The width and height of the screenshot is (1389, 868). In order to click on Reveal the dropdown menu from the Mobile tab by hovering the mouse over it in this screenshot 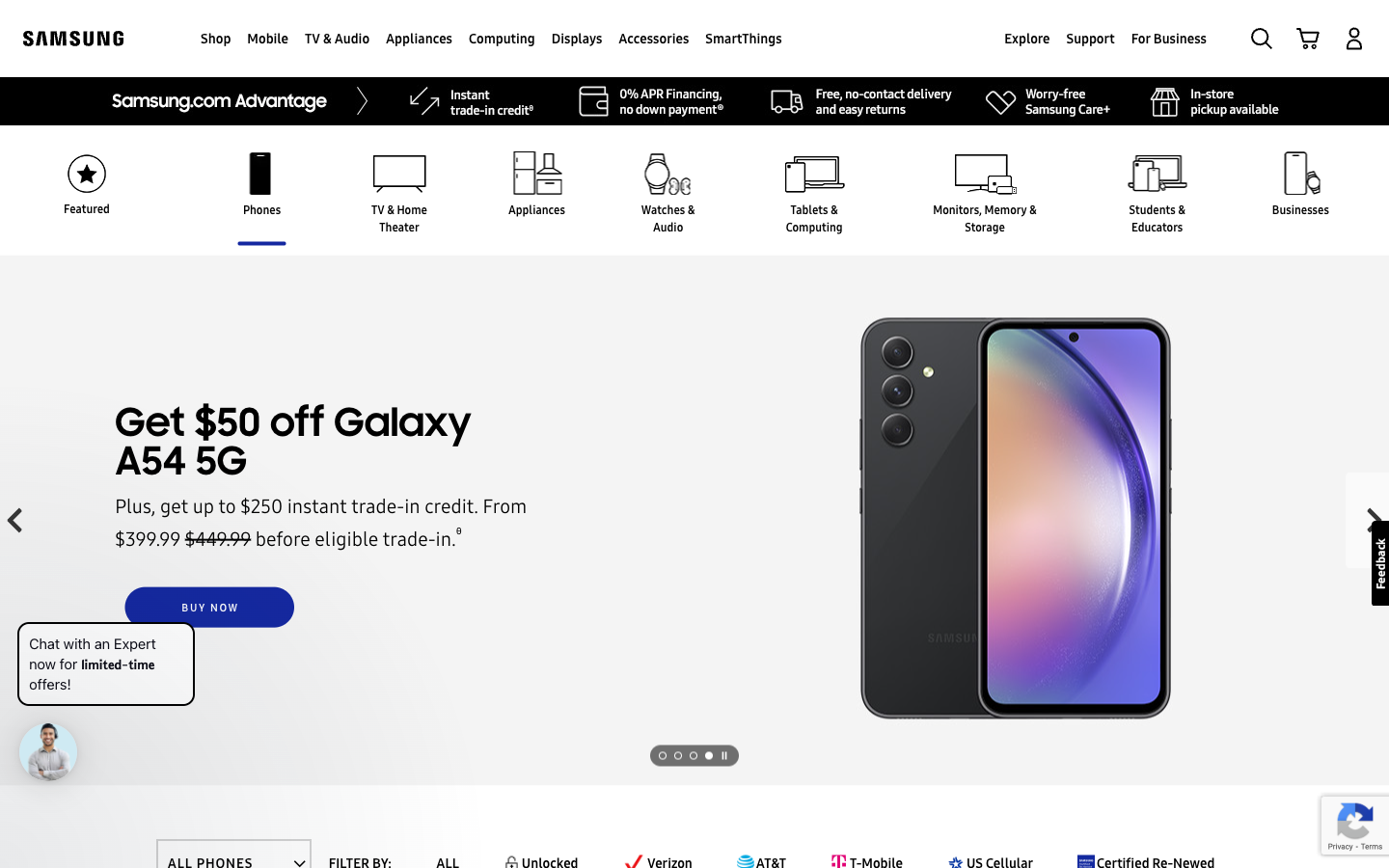, I will do `click(385447, 34720)`.